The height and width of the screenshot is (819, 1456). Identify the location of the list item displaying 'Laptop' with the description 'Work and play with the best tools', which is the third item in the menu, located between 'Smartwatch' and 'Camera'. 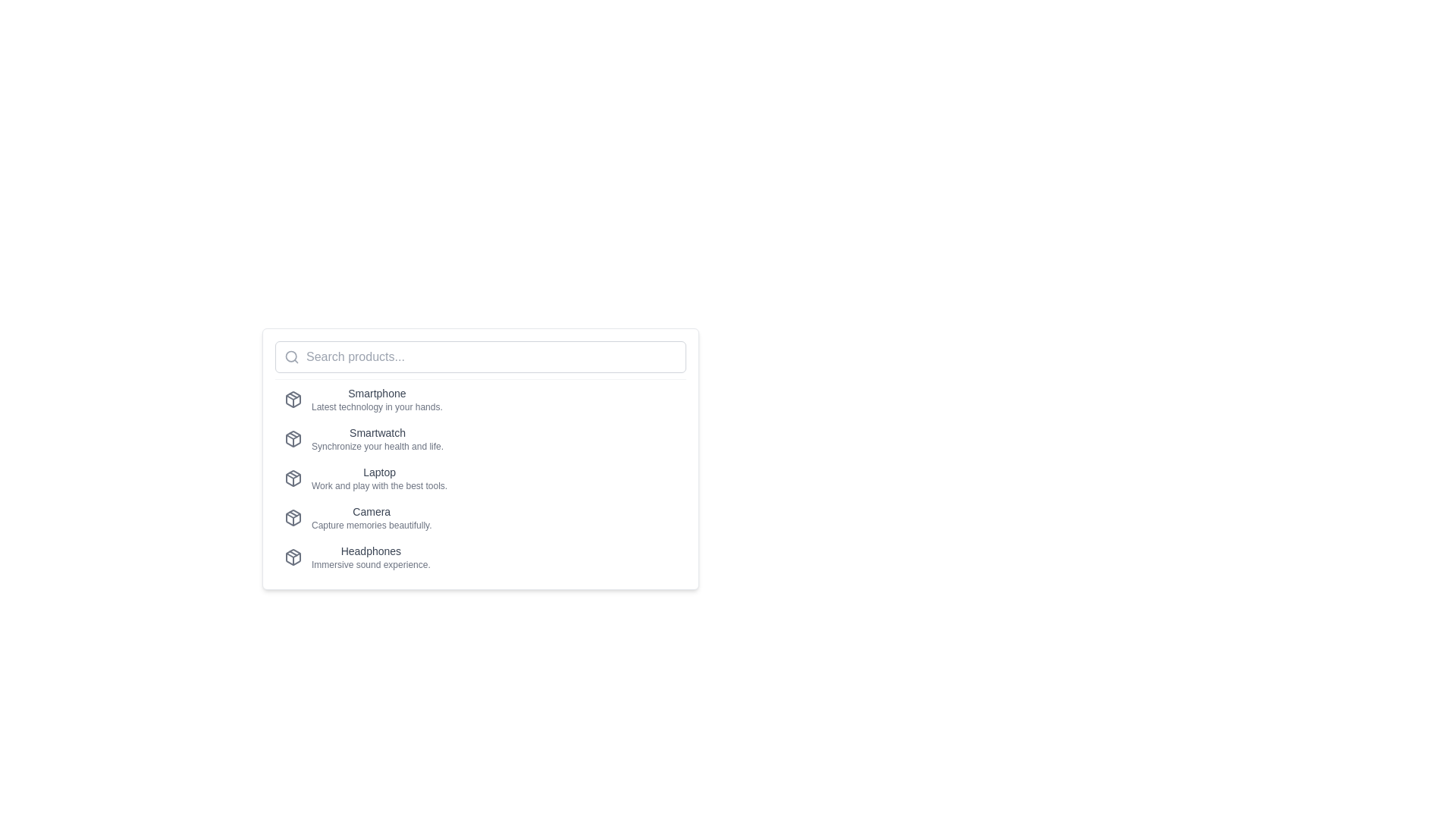
(379, 479).